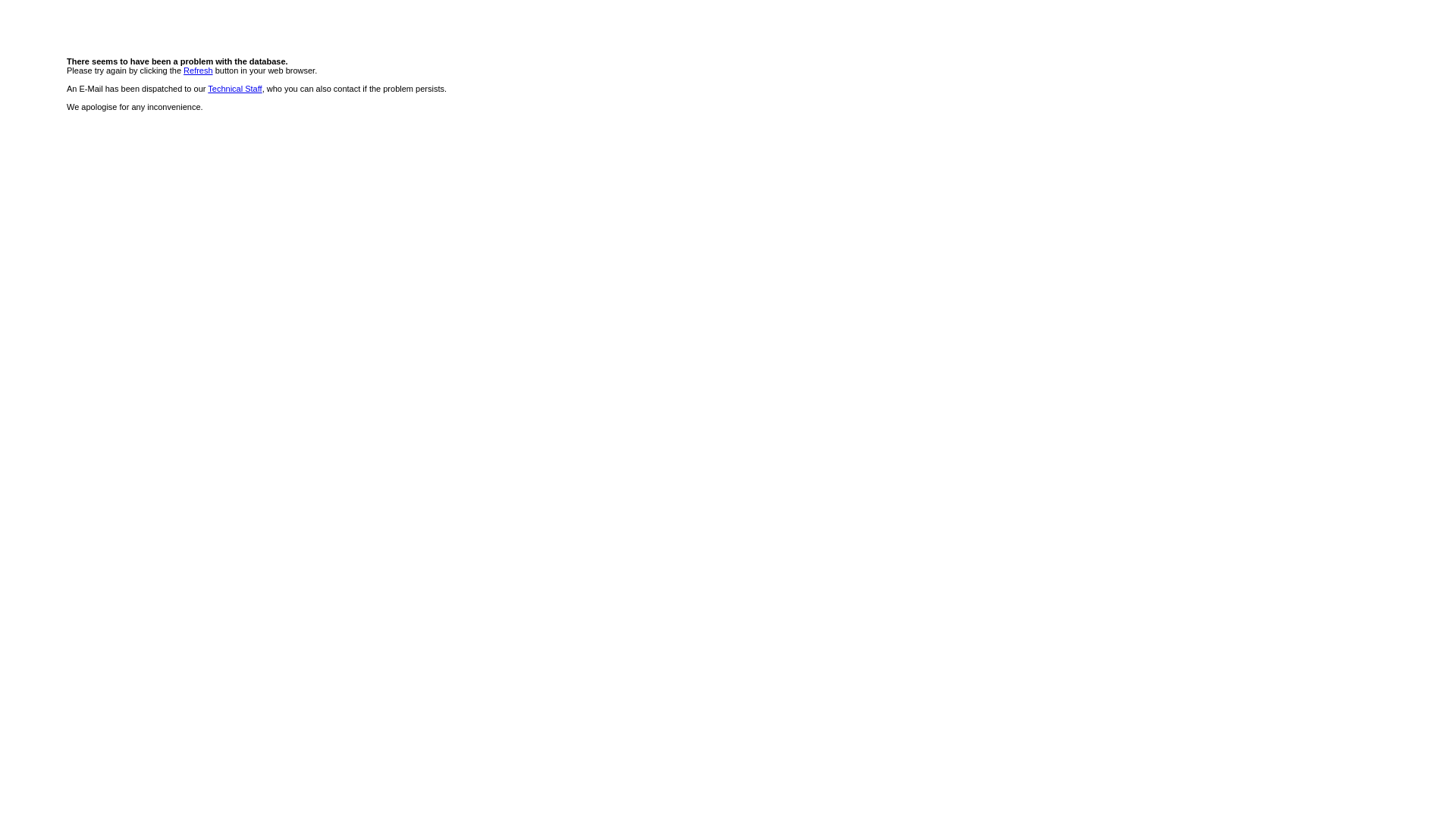 The image size is (1456, 819). Describe the element at coordinates (234, 88) in the screenshot. I see `'Technical Staff'` at that location.